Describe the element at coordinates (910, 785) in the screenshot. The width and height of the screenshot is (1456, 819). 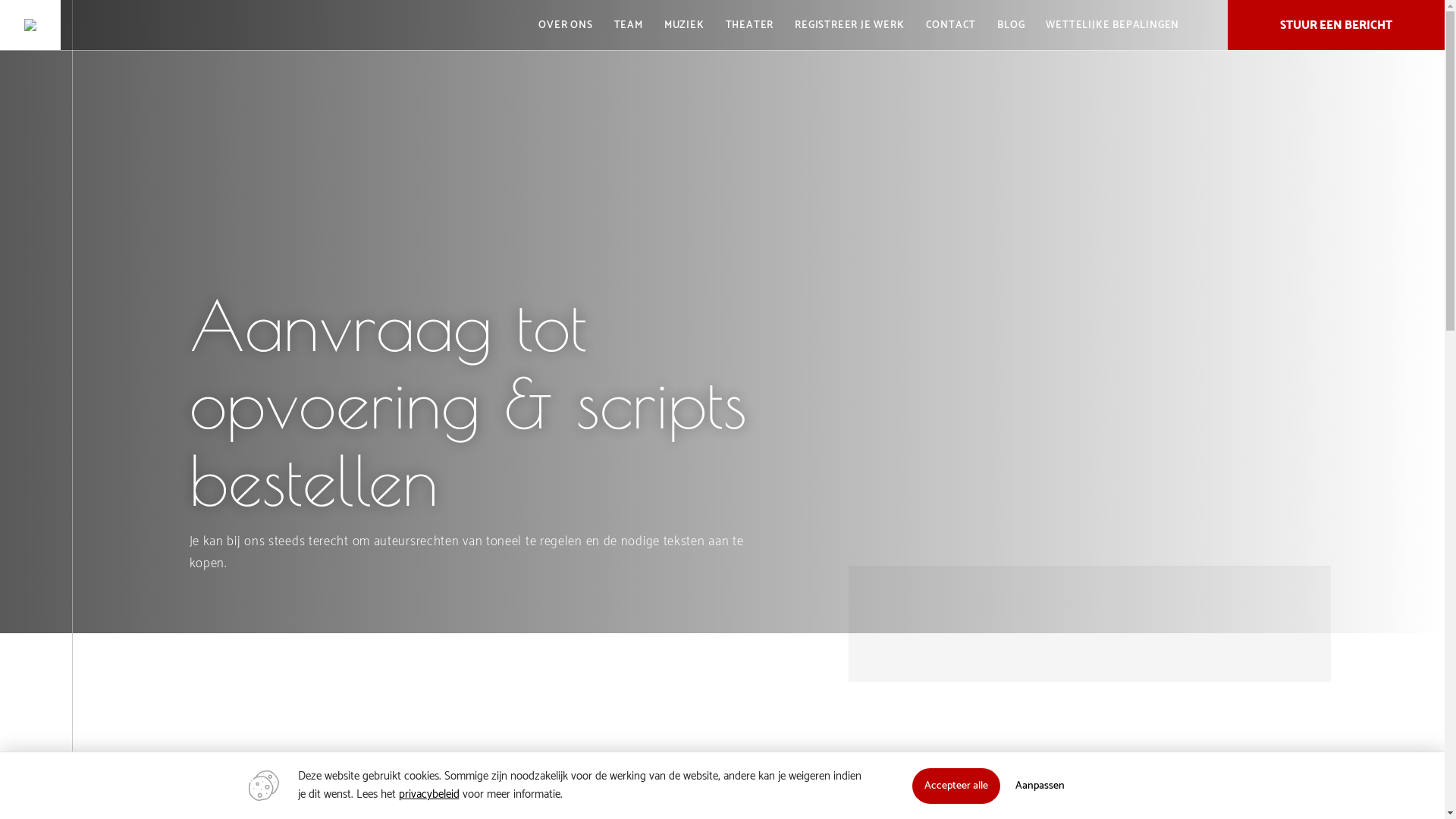
I see `'Accepteer alle'` at that location.